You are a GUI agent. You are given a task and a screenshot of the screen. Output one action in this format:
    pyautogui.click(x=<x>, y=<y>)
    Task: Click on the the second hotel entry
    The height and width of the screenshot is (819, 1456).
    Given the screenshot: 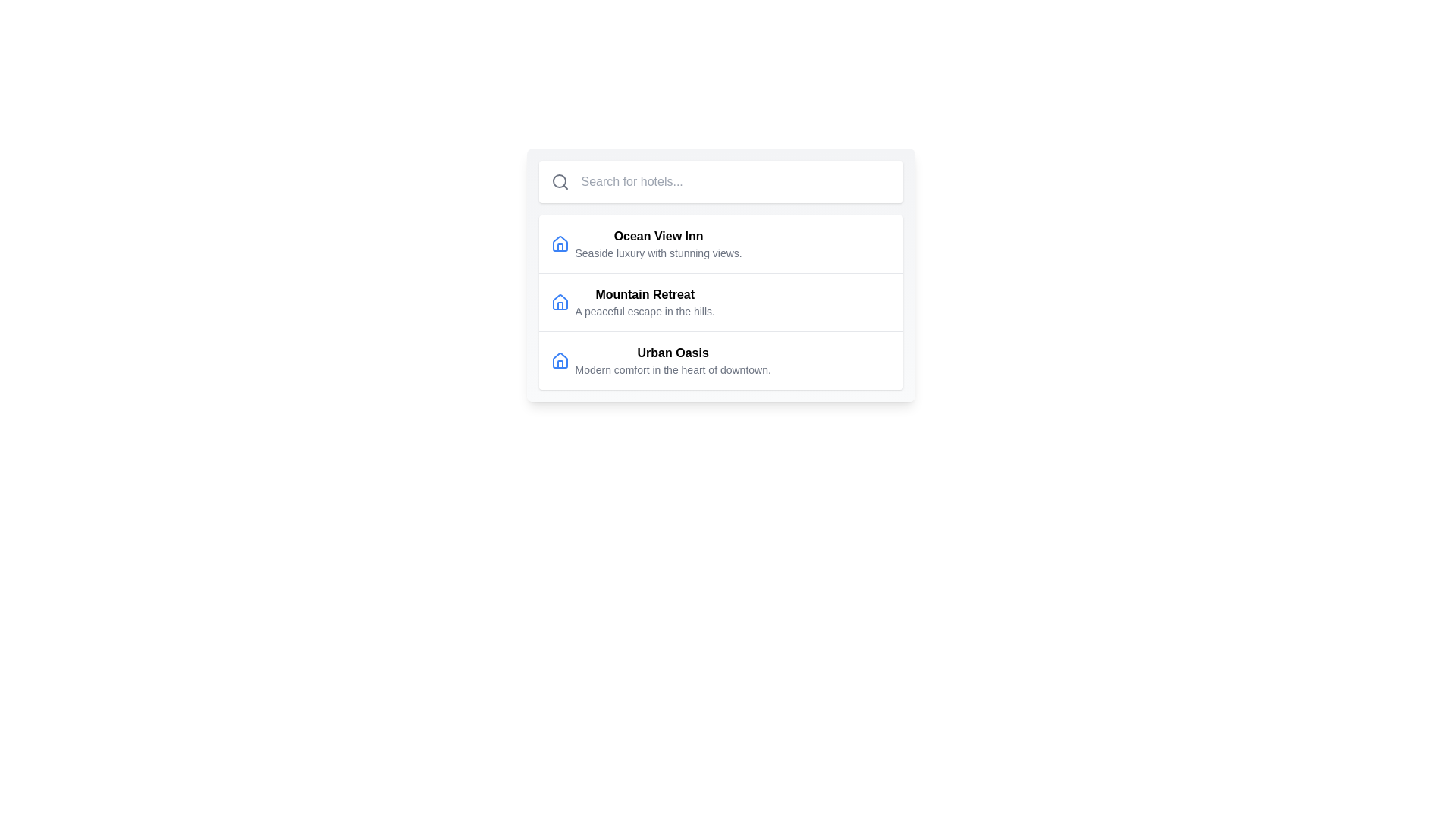 What is the action you would take?
    pyautogui.click(x=720, y=302)
    